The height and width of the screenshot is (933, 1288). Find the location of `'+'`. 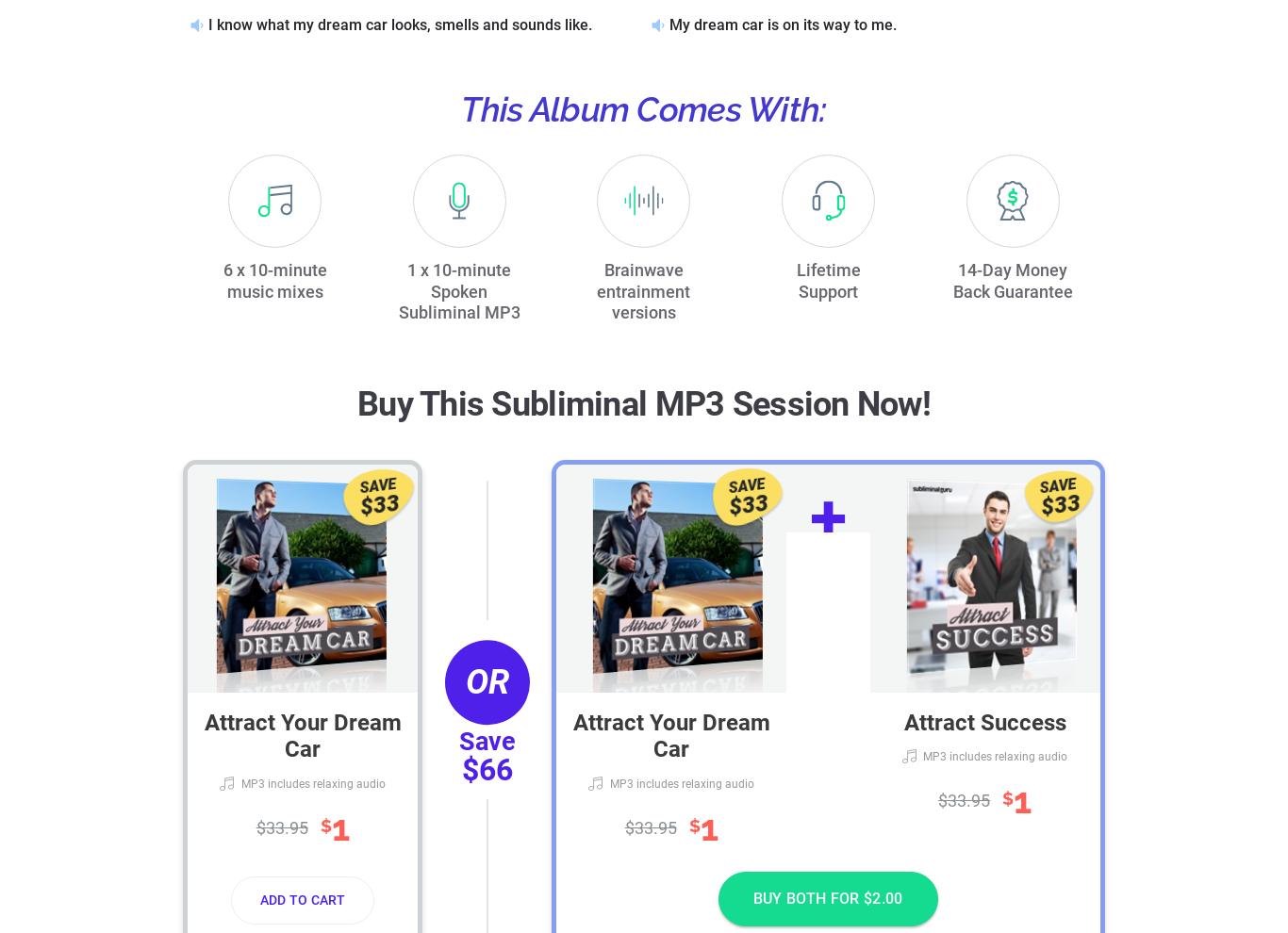

'+' is located at coordinates (808, 517).